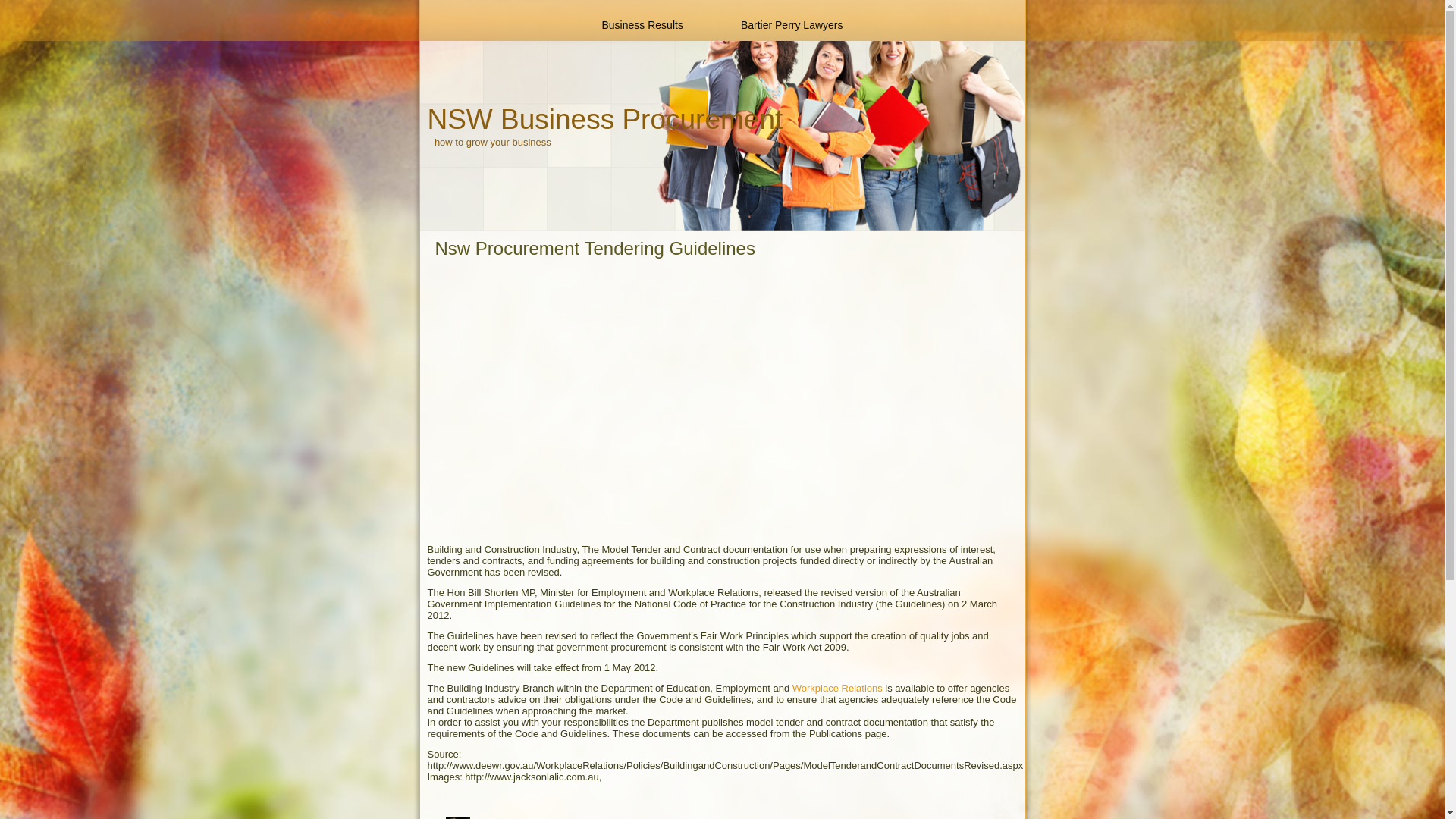  I want to click on 'Workplace Relations', so click(836, 688).